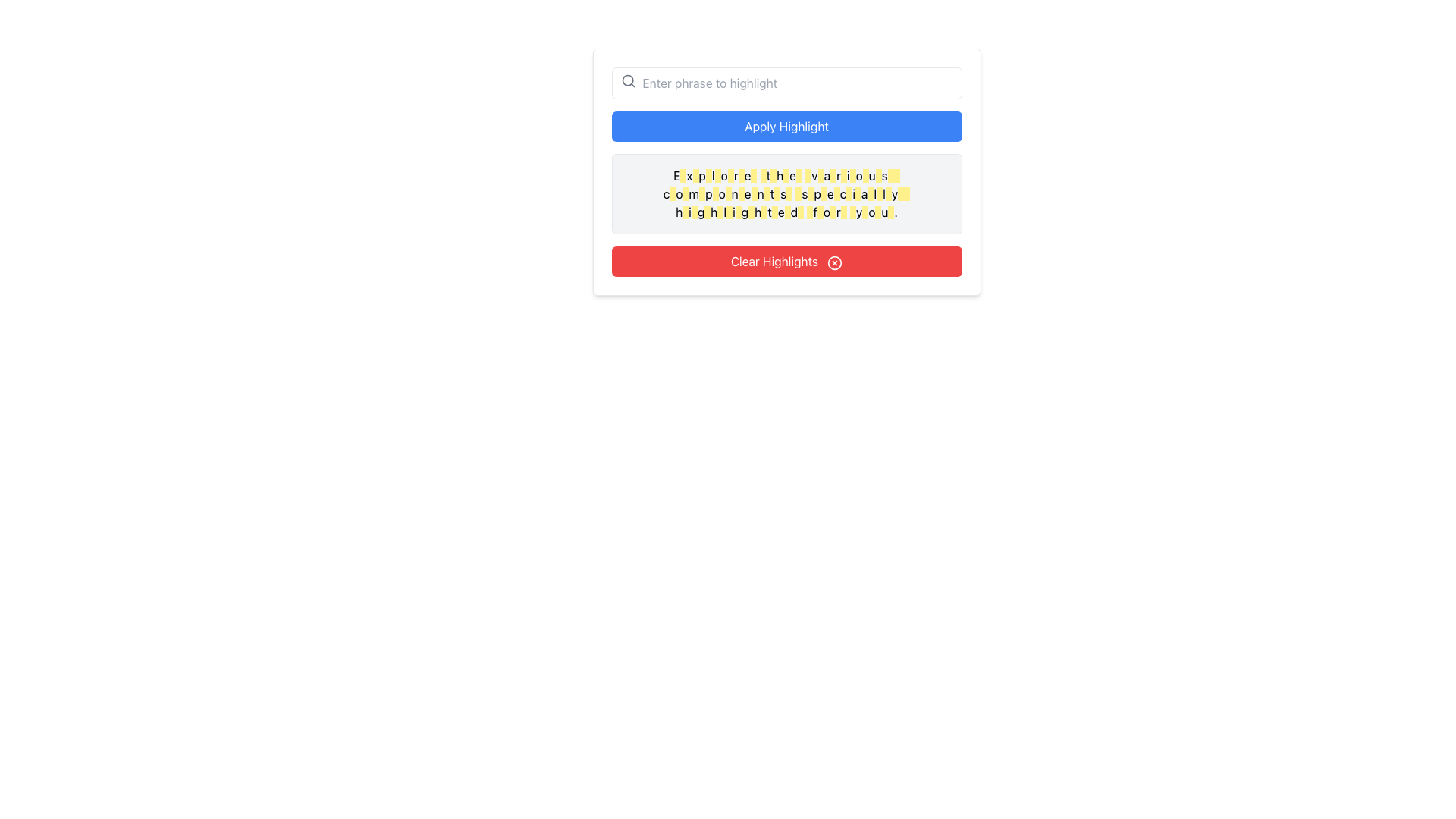 The height and width of the screenshot is (819, 1456). What do you see at coordinates (774, 212) in the screenshot?
I see `the 9th highlighted segment in the third row of the text content, which serves to emphasize a part of the textual instruction` at bounding box center [774, 212].